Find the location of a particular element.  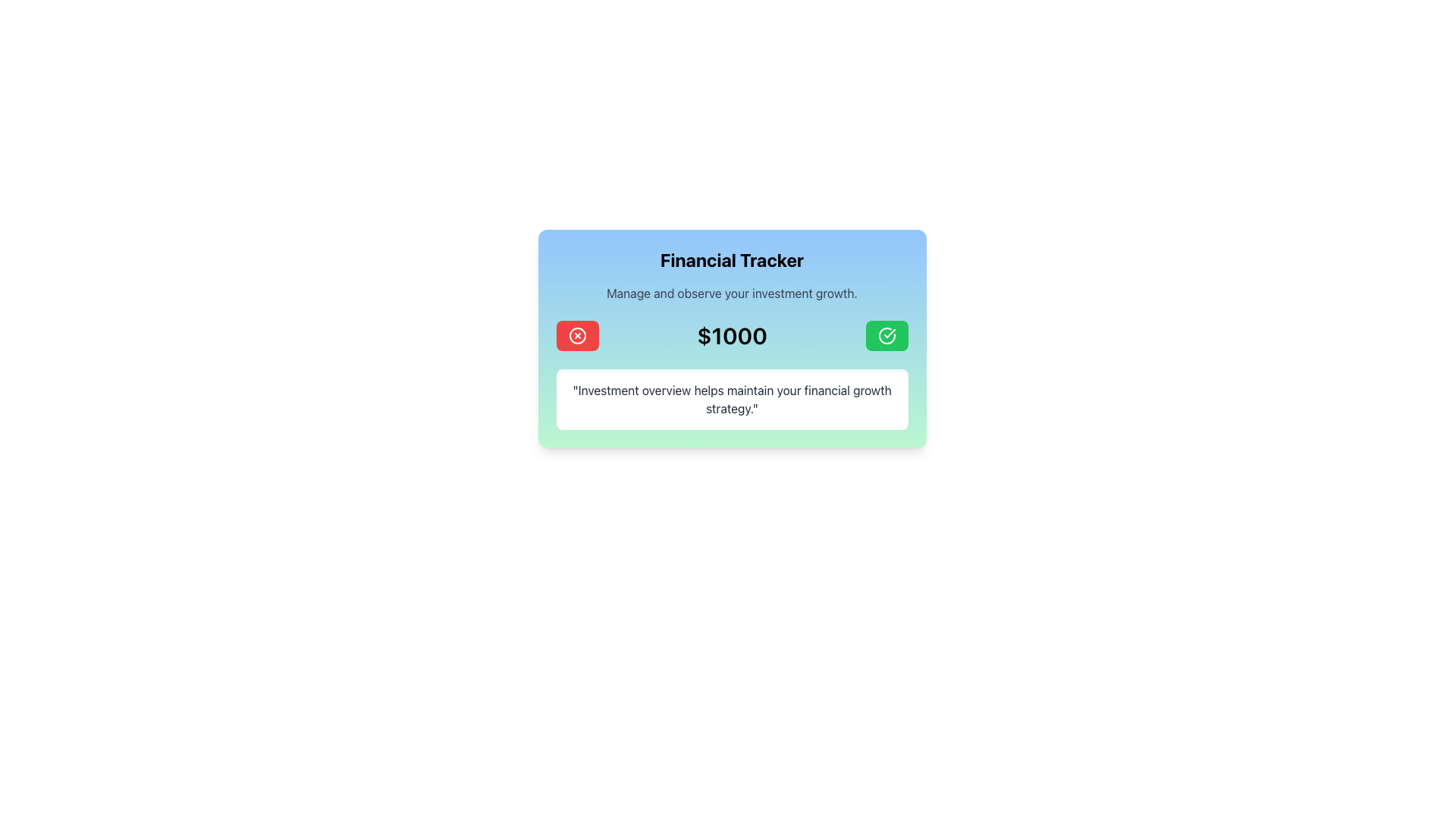

the vector-based checkmark icon located within the circular icon at the top-right corner of the card layout is located at coordinates (889, 332).